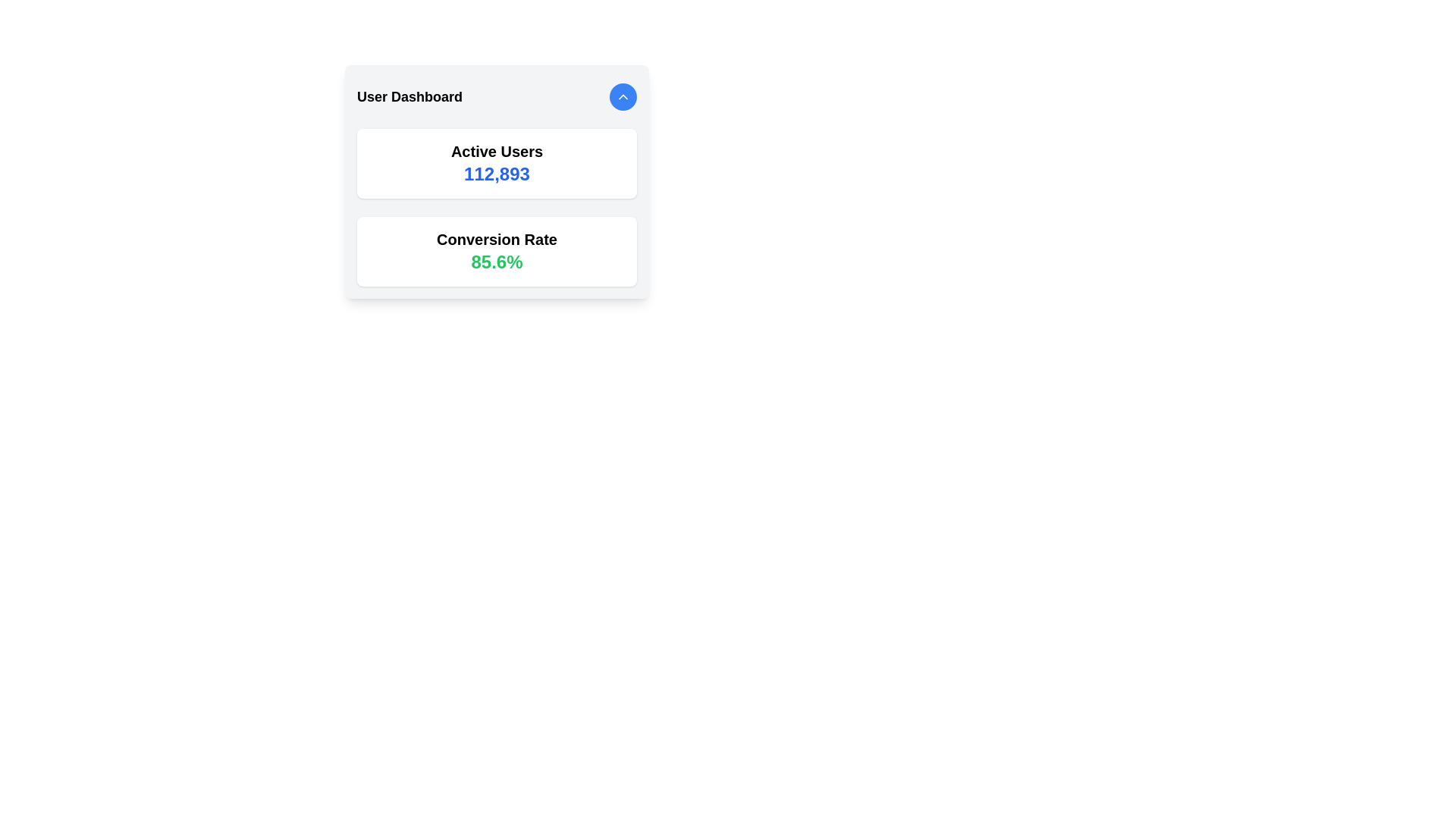 The image size is (1456, 819). I want to click on the 'Active Users' heading, which displays the text in a bold sans-serif font, centered at the top of a card-like panel, so click(497, 152).